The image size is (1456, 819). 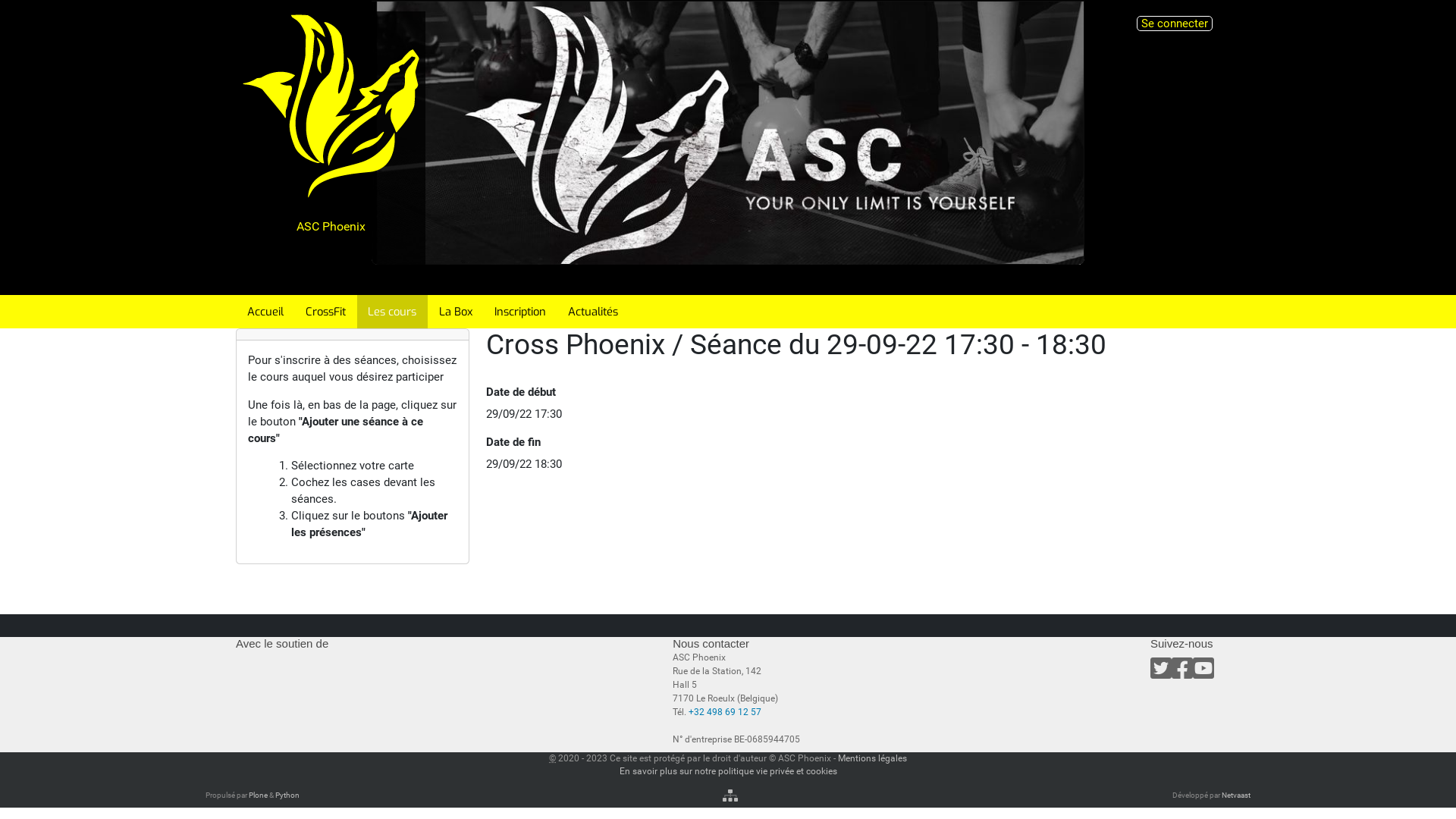 What do you see at coordinates (723, 711) in the screenshot?
I see `'+32 498 69 12 57'` at bounding box center [723, 711].